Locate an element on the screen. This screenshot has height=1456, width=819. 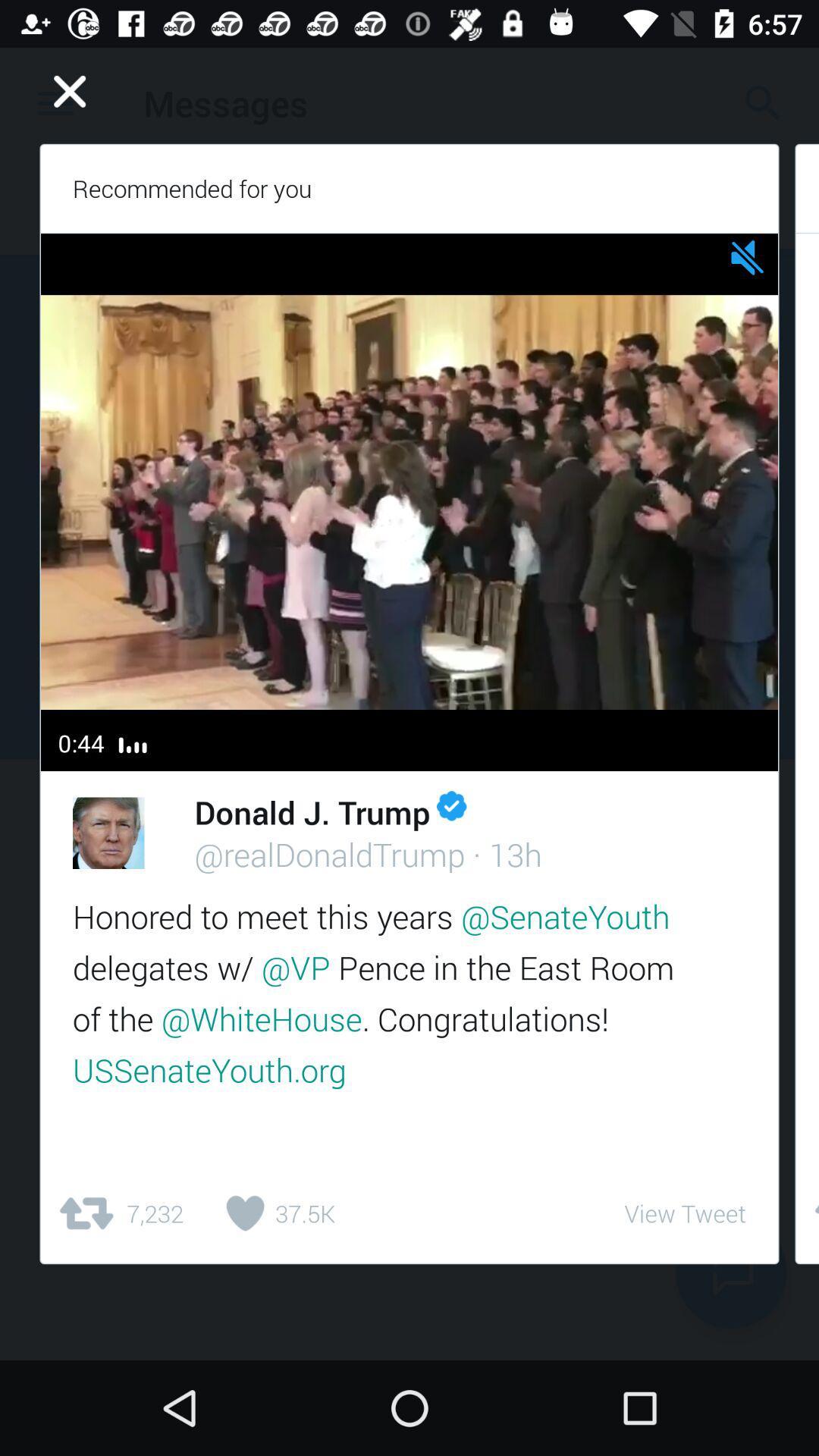
the close icon is located at coordinates (70, 90).